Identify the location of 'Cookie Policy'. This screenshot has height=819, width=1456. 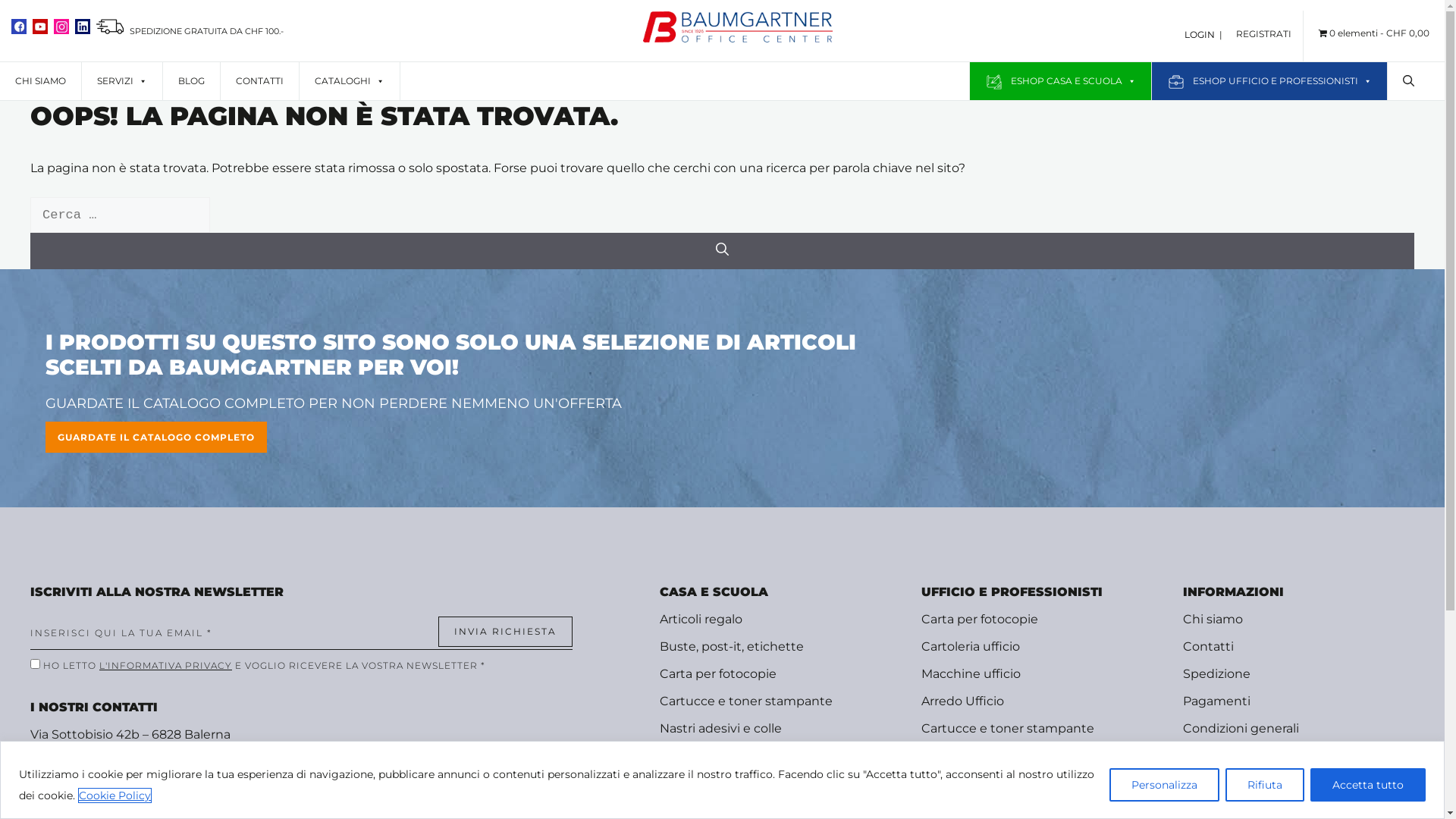
(114, 794).